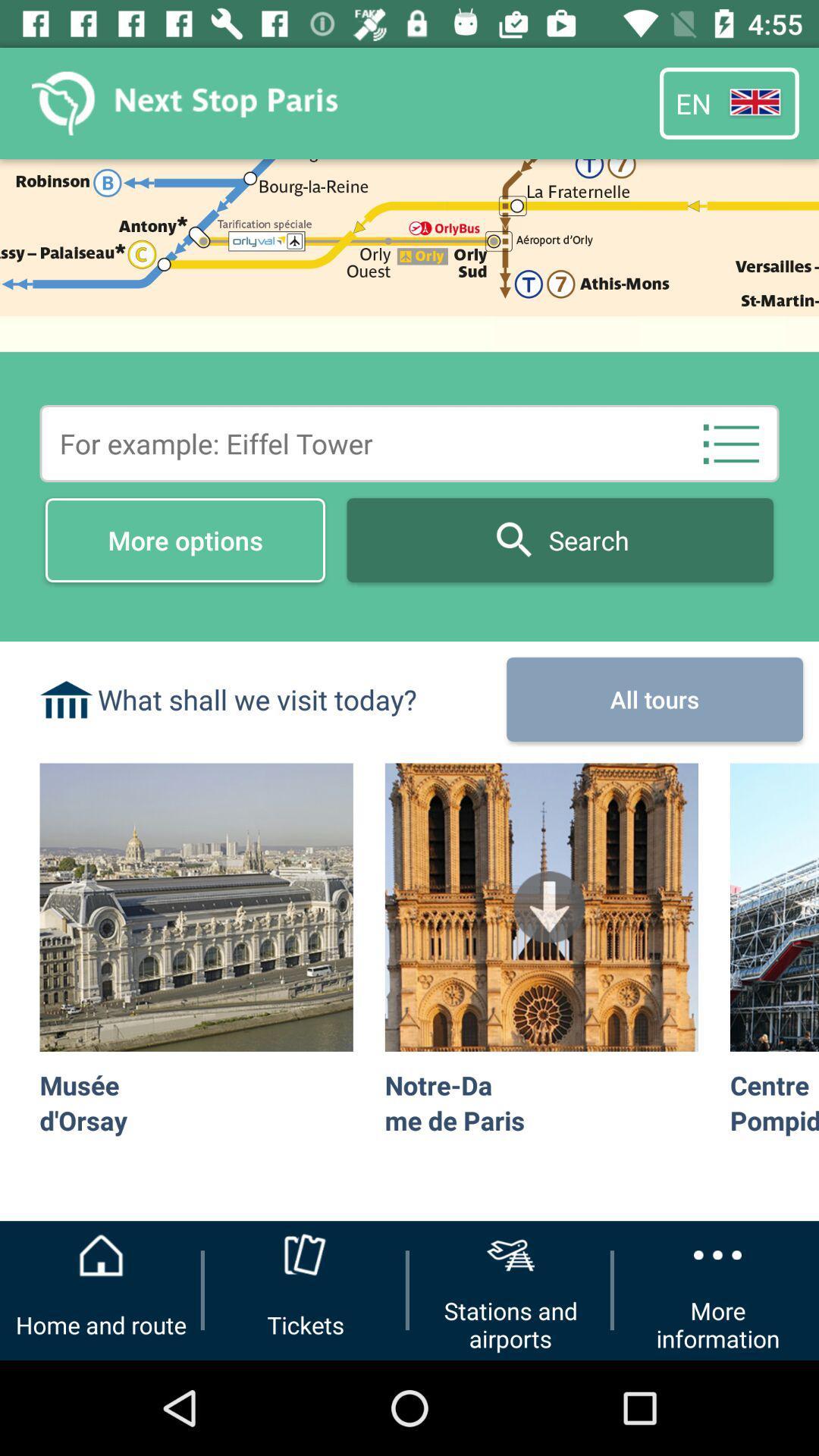  Describe the element at coordinates (184, 540) in the screenshot. I see `item above the what shall we item` at that location.